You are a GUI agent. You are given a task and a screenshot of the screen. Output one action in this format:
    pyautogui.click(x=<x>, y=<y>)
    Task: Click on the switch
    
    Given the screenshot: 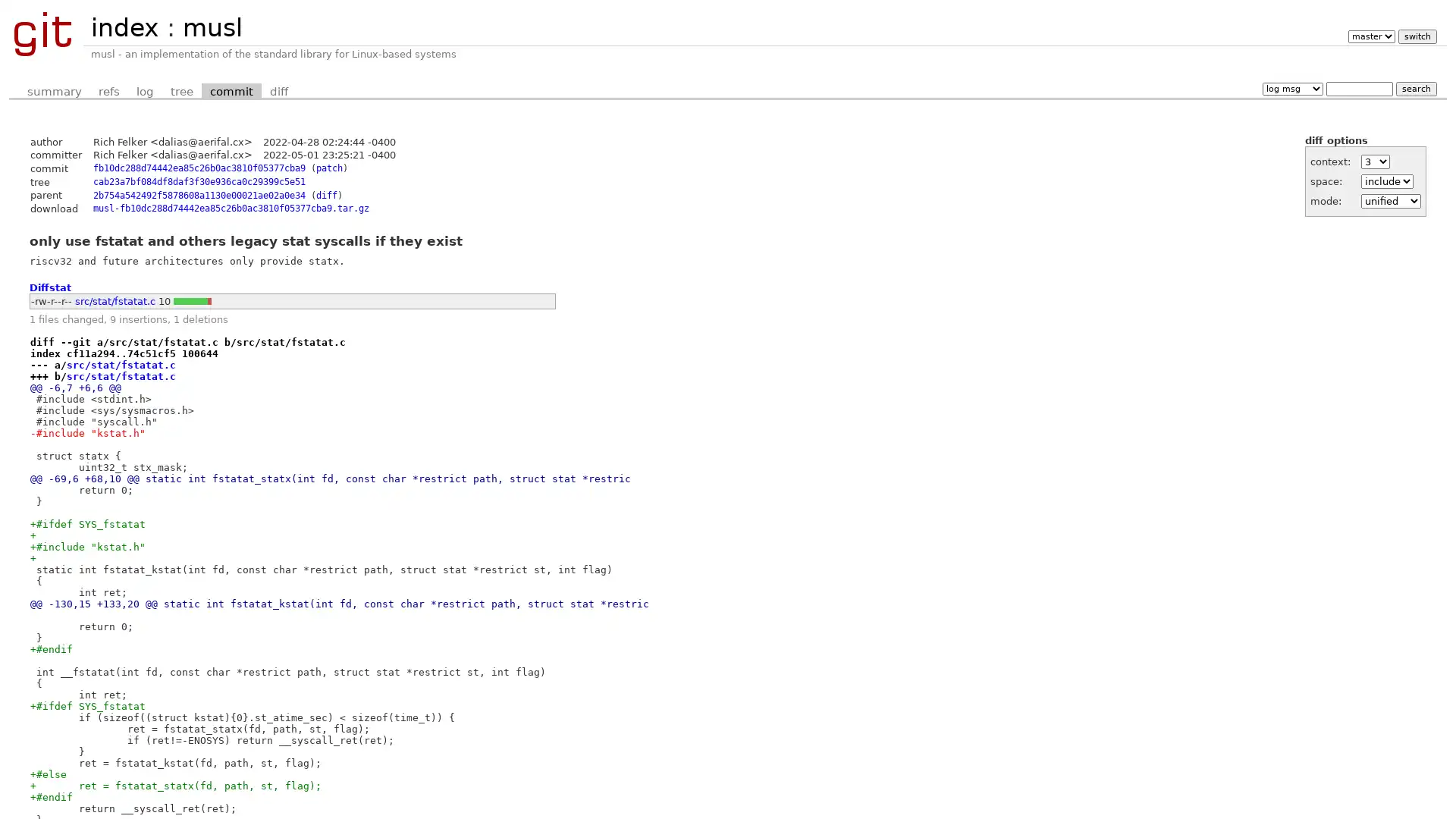 What is the action you would take?
    pyautogui.click(x=1416, y=36)
    